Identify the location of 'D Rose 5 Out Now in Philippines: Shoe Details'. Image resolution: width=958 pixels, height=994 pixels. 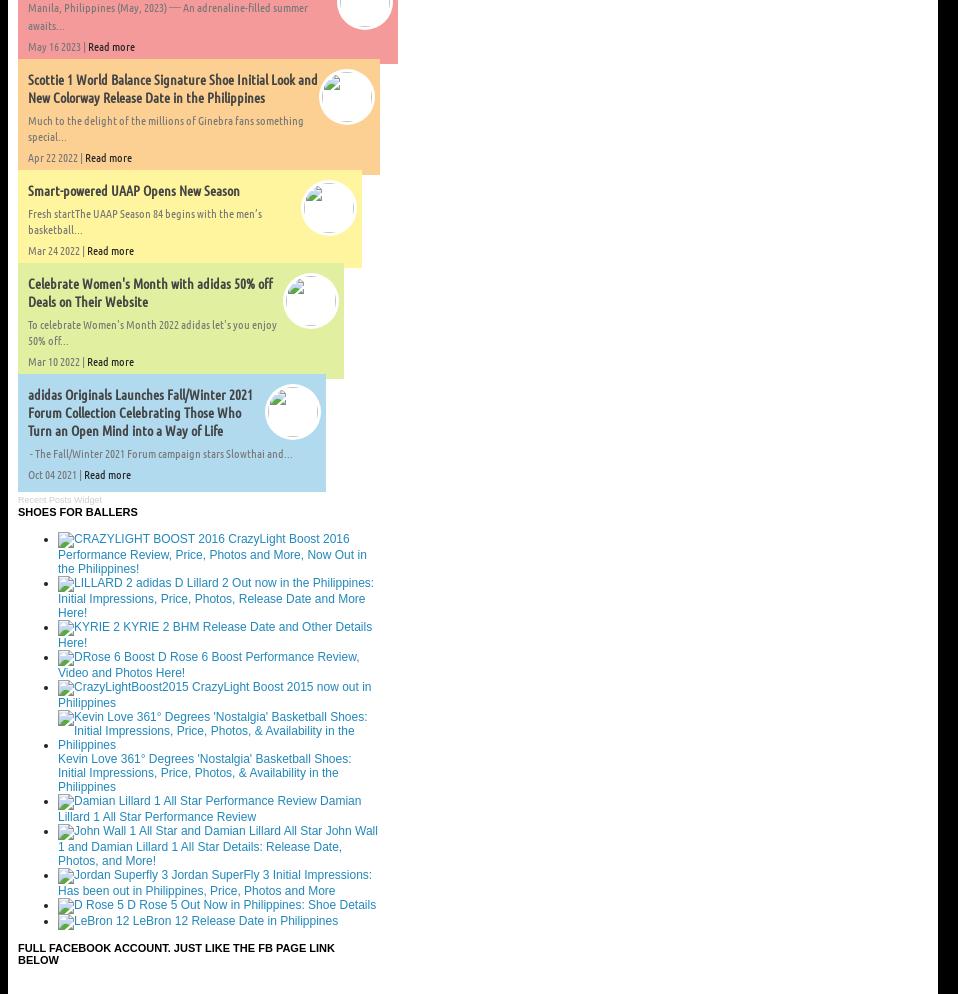
(250, 904).